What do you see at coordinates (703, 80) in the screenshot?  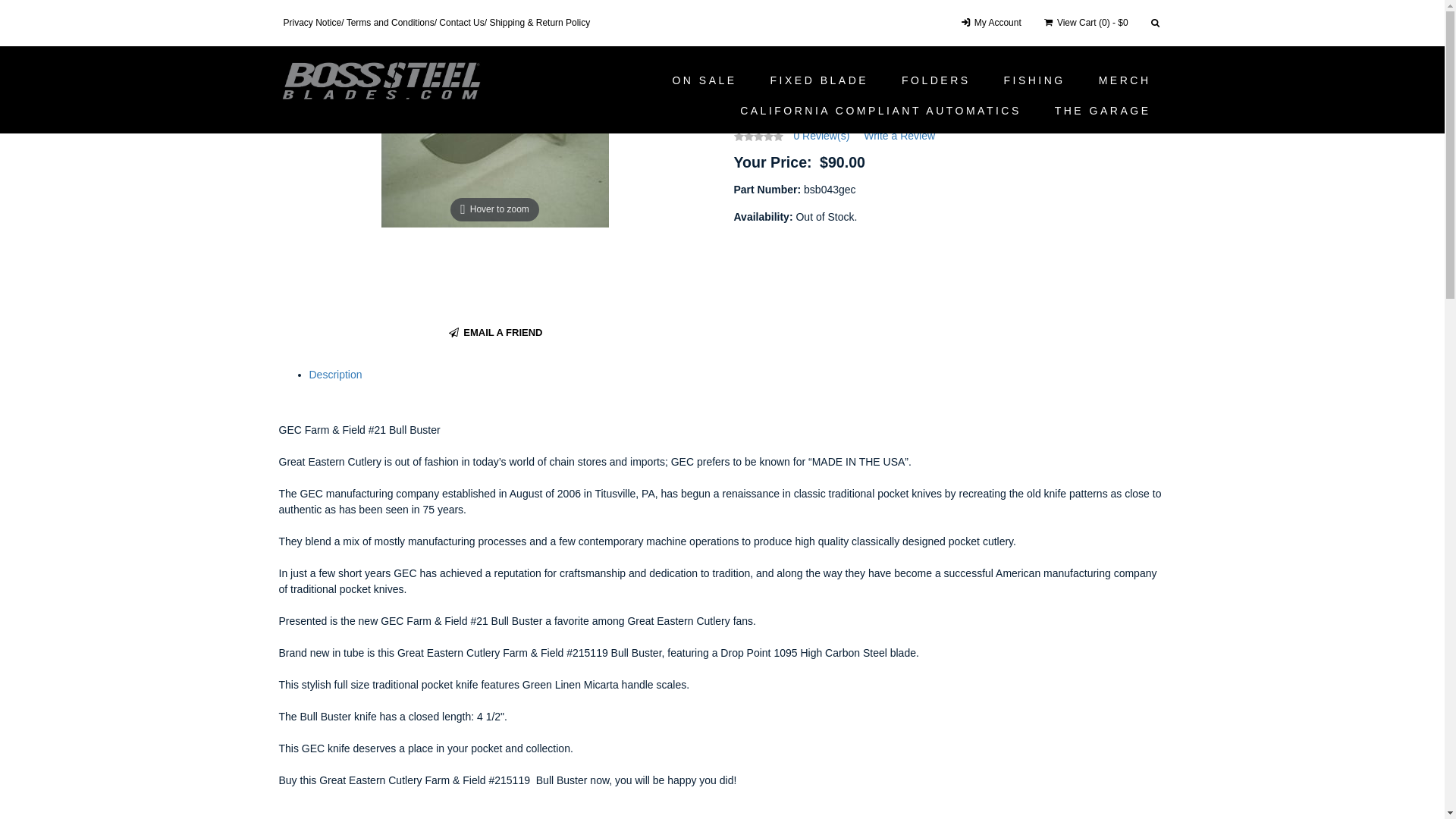 I see `'ON SALE'` at bounding box center [703, 80].